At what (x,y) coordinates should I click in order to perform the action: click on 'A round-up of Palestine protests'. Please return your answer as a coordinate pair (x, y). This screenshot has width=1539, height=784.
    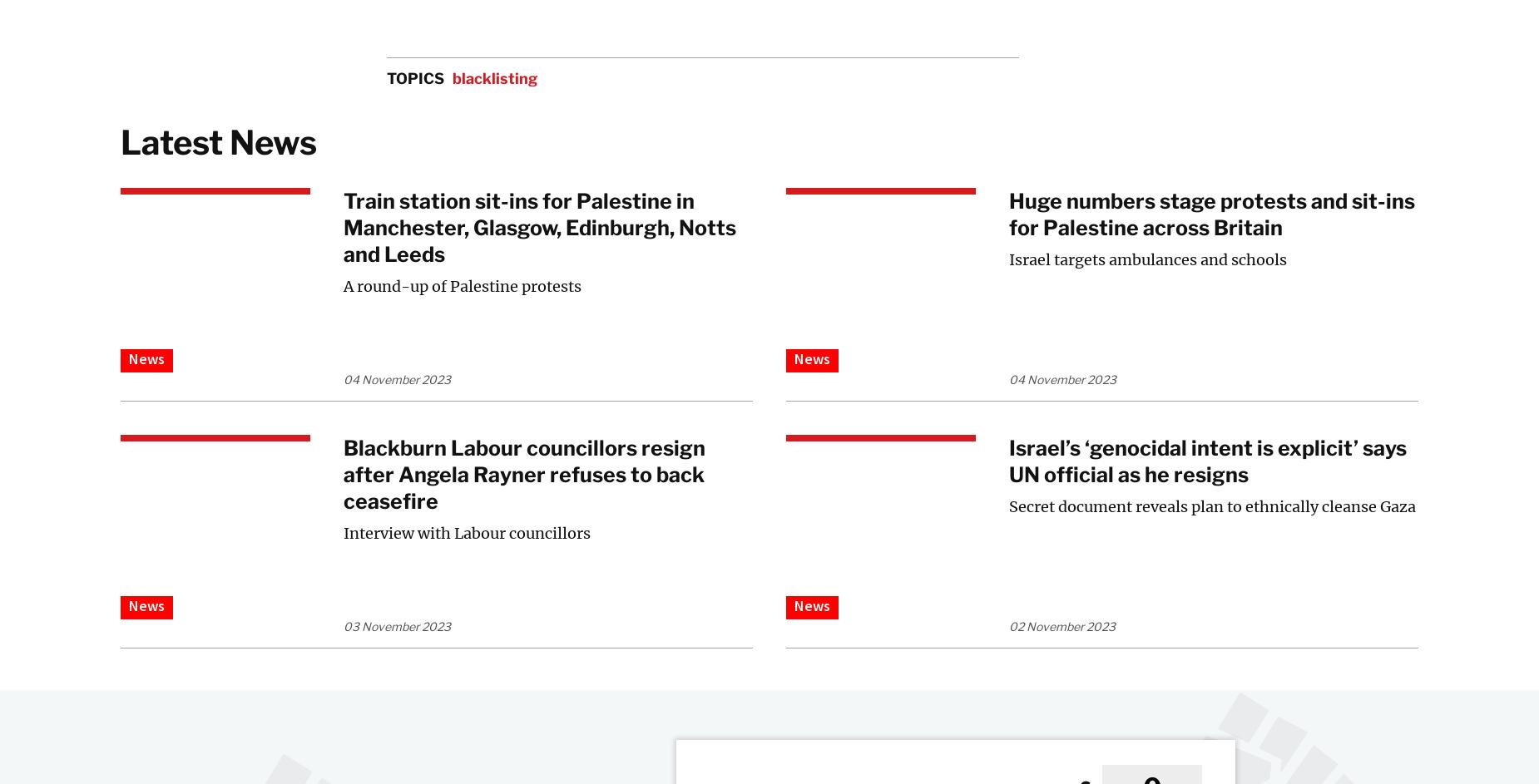
    Looking at the image, I should click on (462, 286).